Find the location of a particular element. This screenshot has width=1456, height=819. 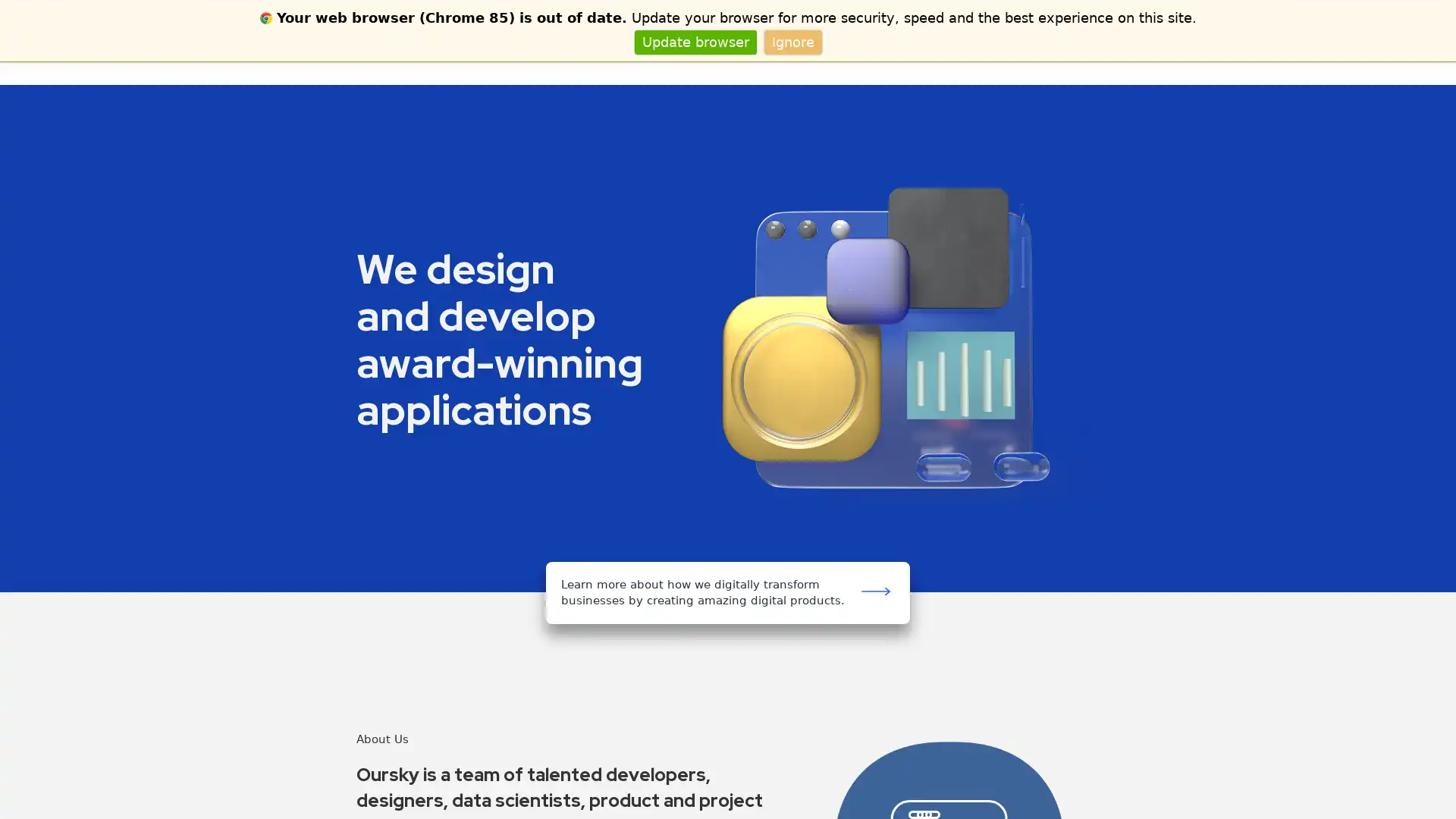

Ignore is located at coordinates (792, 41).